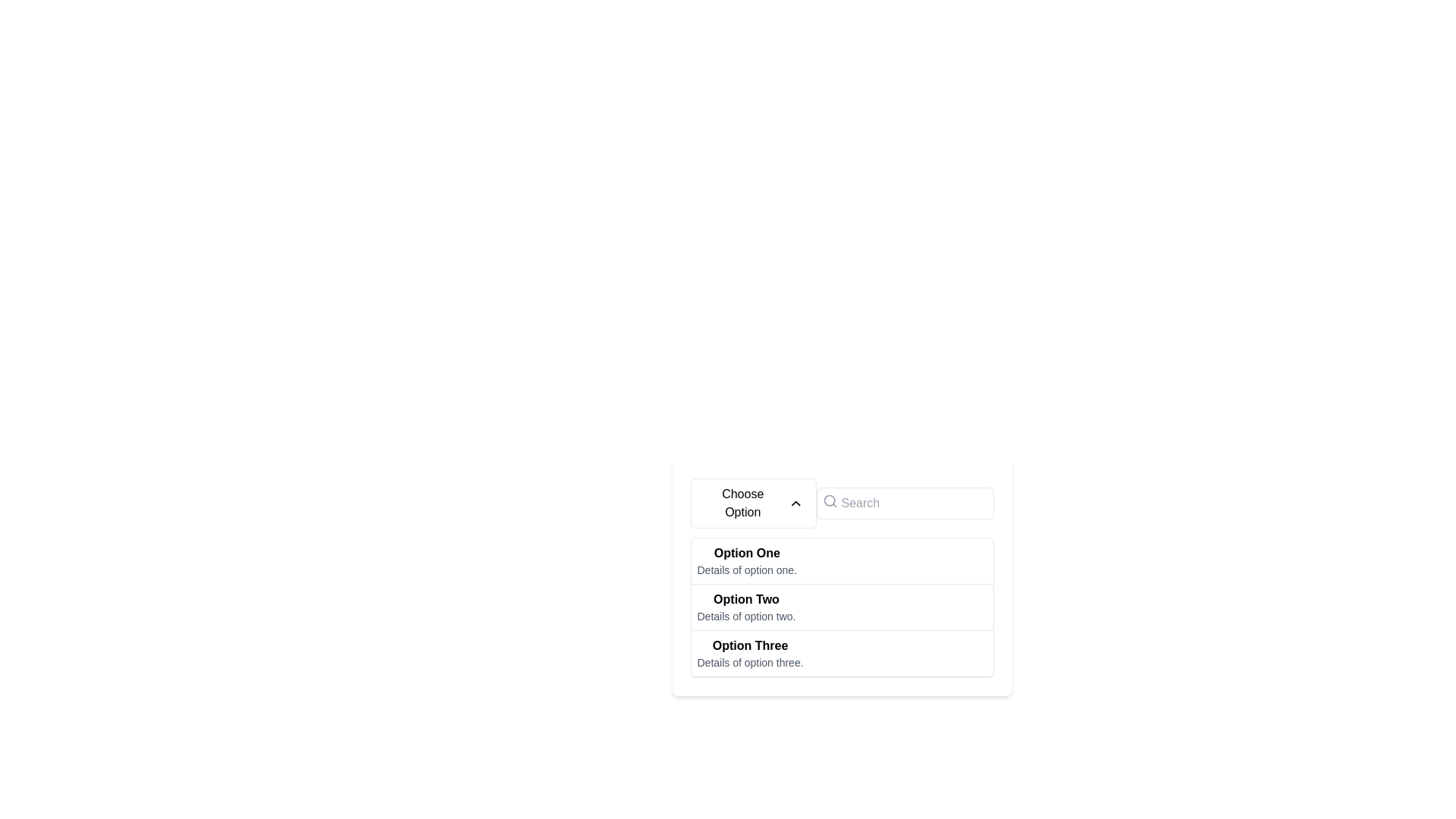 Image resolution: width=1456 pixels, height=819 pixels. I want to click on the non-interactive Text Label that provides additional information for 'Option Two', located in the second row of the dropdown list, so click(746, 617).